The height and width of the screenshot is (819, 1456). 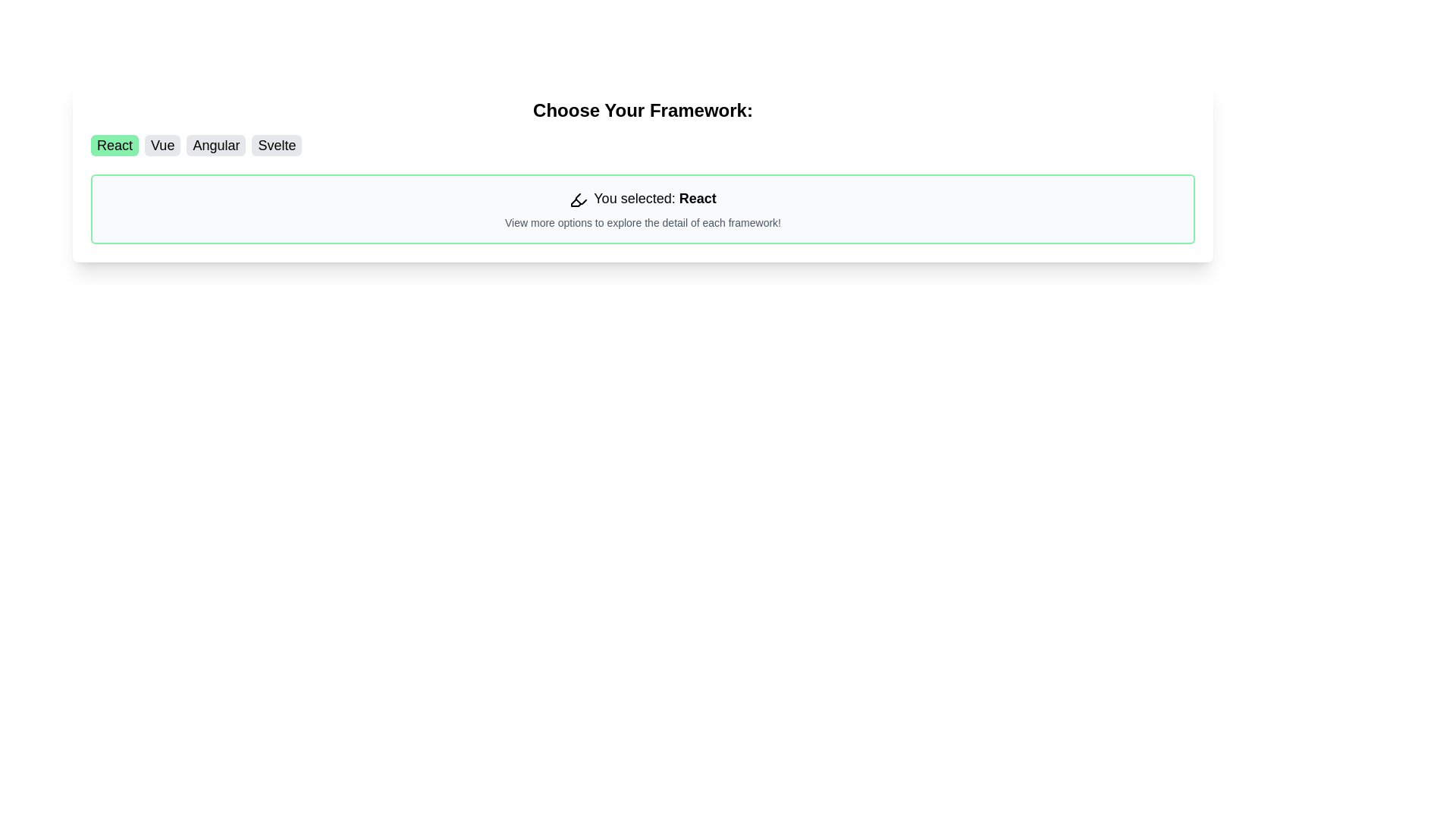 What do you see at coordinates (162, 146) in the screenshot?
I see `the button labeled 'Vue', which is the second button in a row of framework selection buttons located below the heading 'Choose Your Framework:'` at bounding box center [162, 146].